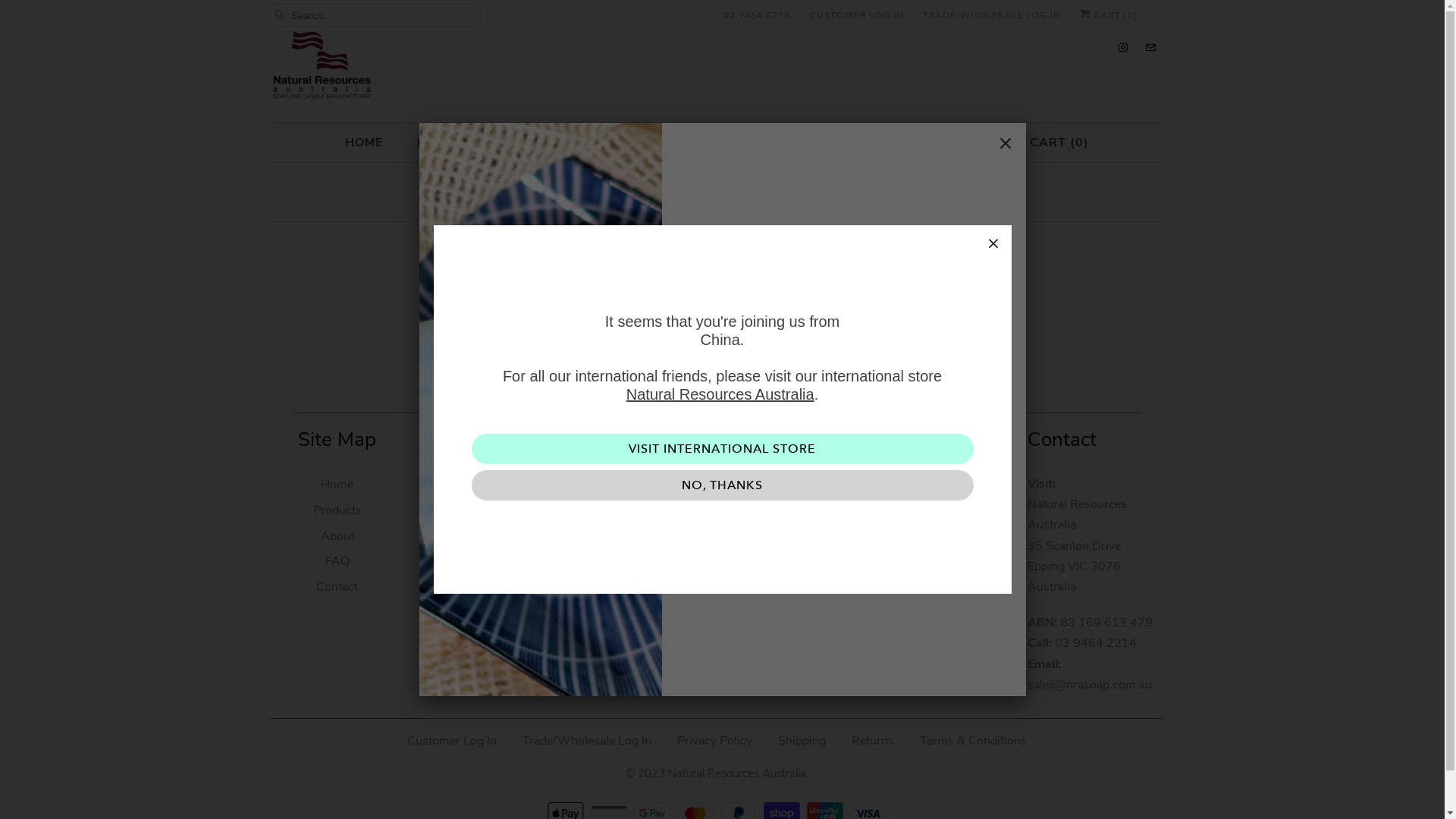 Image resolution: width=1456 pixels, height=819 pixels. I want to click on 'Natural Resources Australia on Instagram', so click(1123, 46).